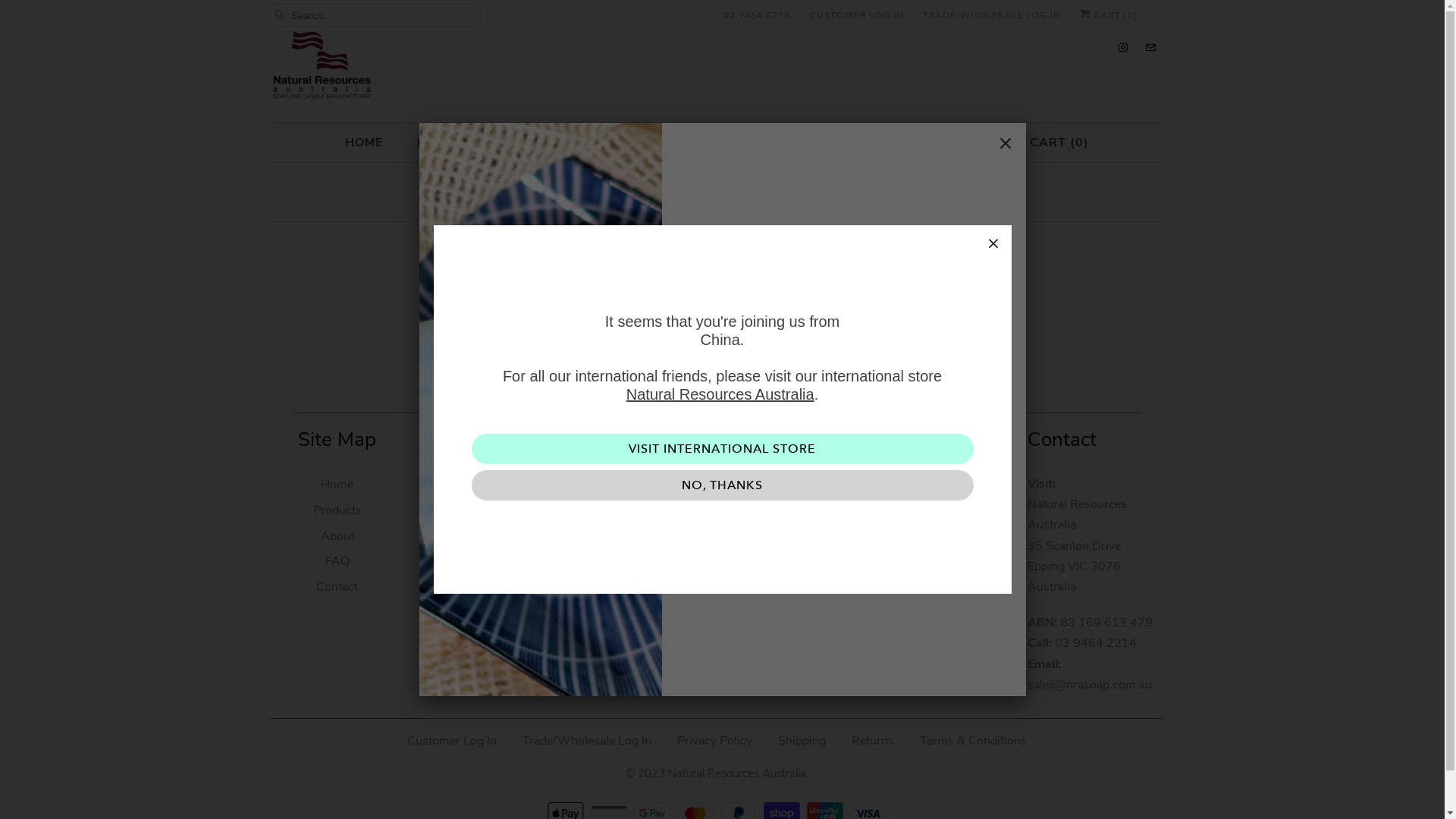 Image resolution: width=1456 pixels, height=819 pixels. I want to click on 'Natural Resources Australia on Instagram', so click(1123, 46).